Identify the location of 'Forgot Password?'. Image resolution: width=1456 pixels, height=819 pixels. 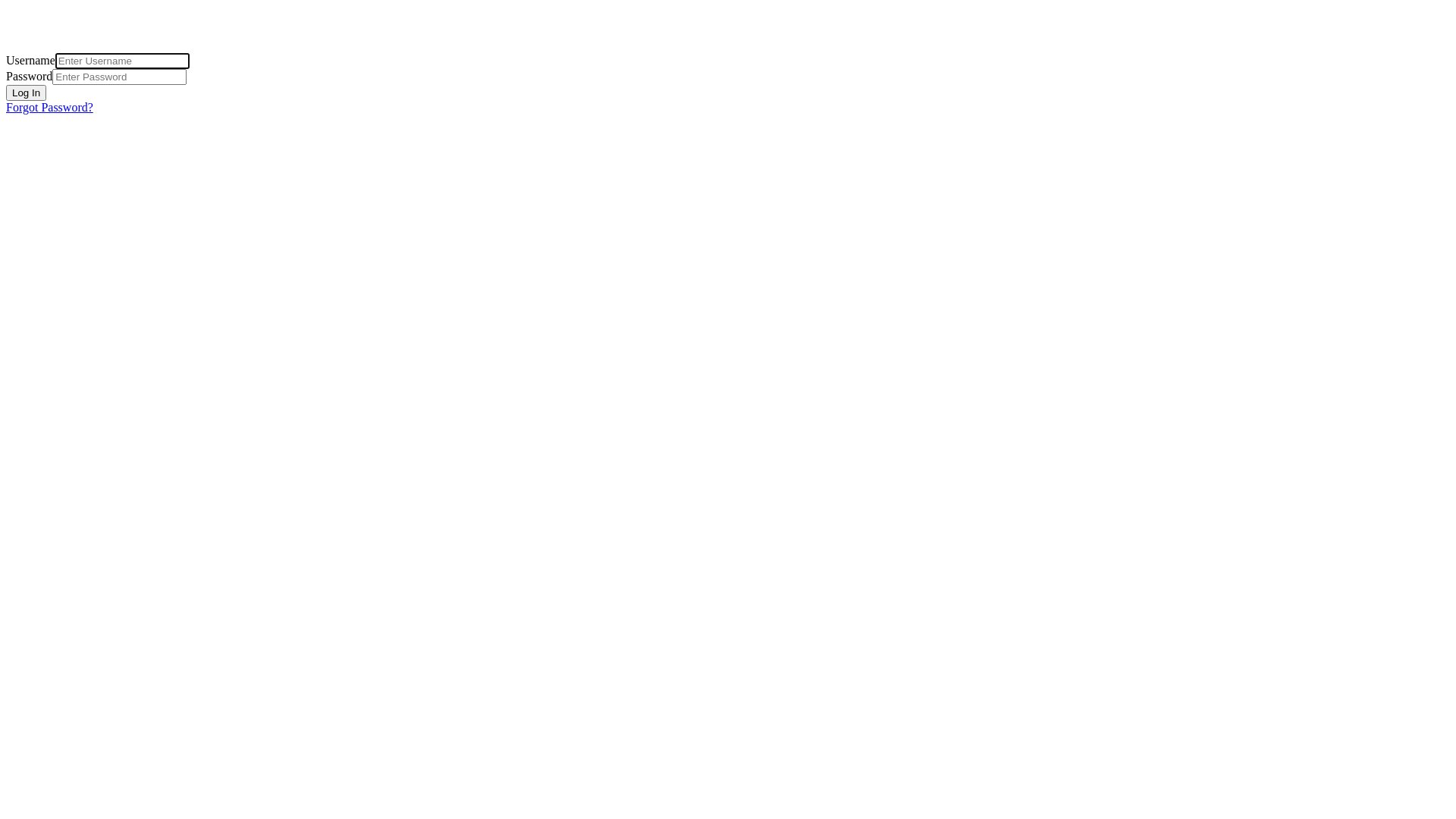
(6, 106).